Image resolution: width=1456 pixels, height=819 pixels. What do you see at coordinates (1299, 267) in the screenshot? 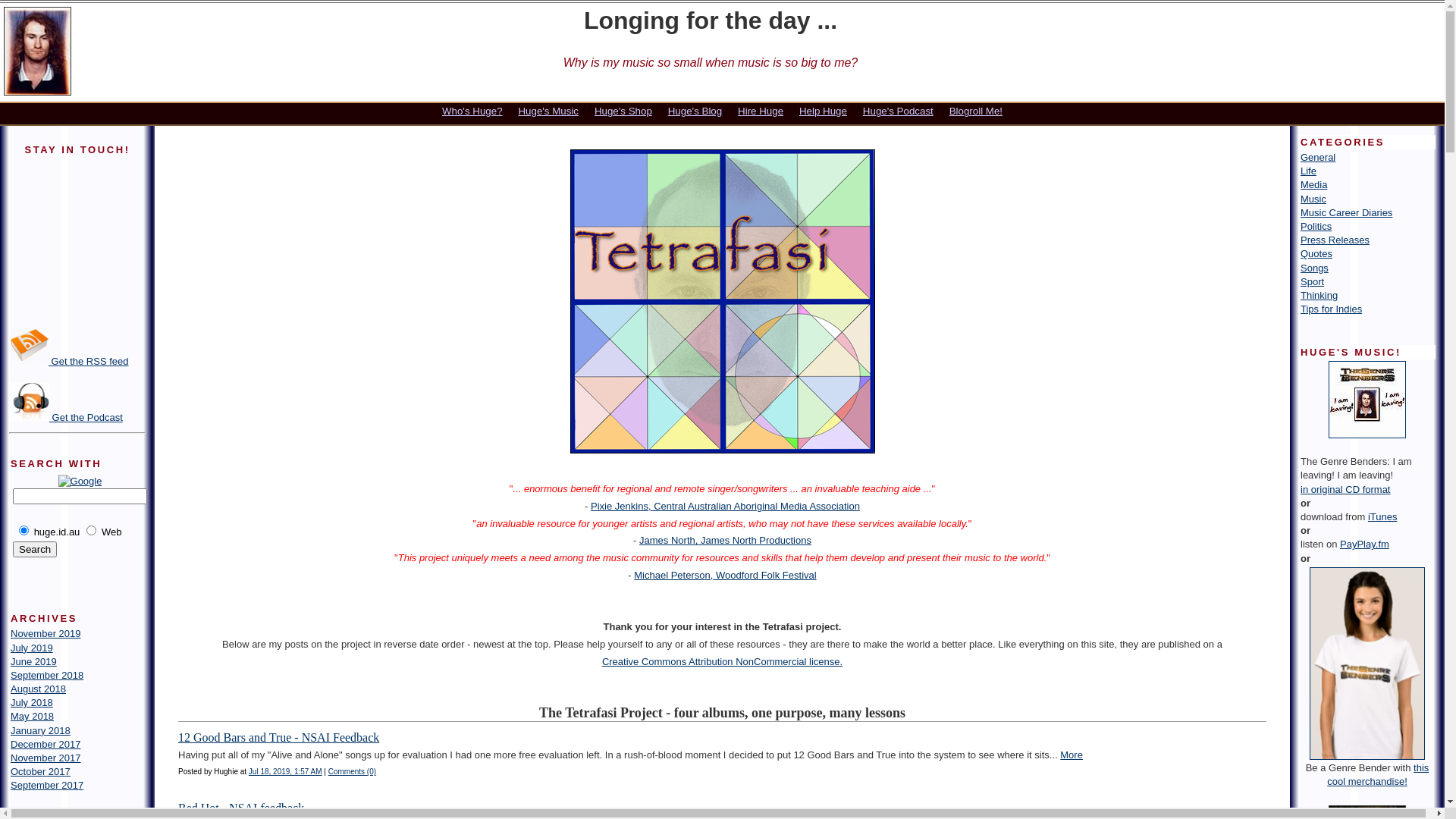
I see `'Songs'` at bounding box center [1299, 267].